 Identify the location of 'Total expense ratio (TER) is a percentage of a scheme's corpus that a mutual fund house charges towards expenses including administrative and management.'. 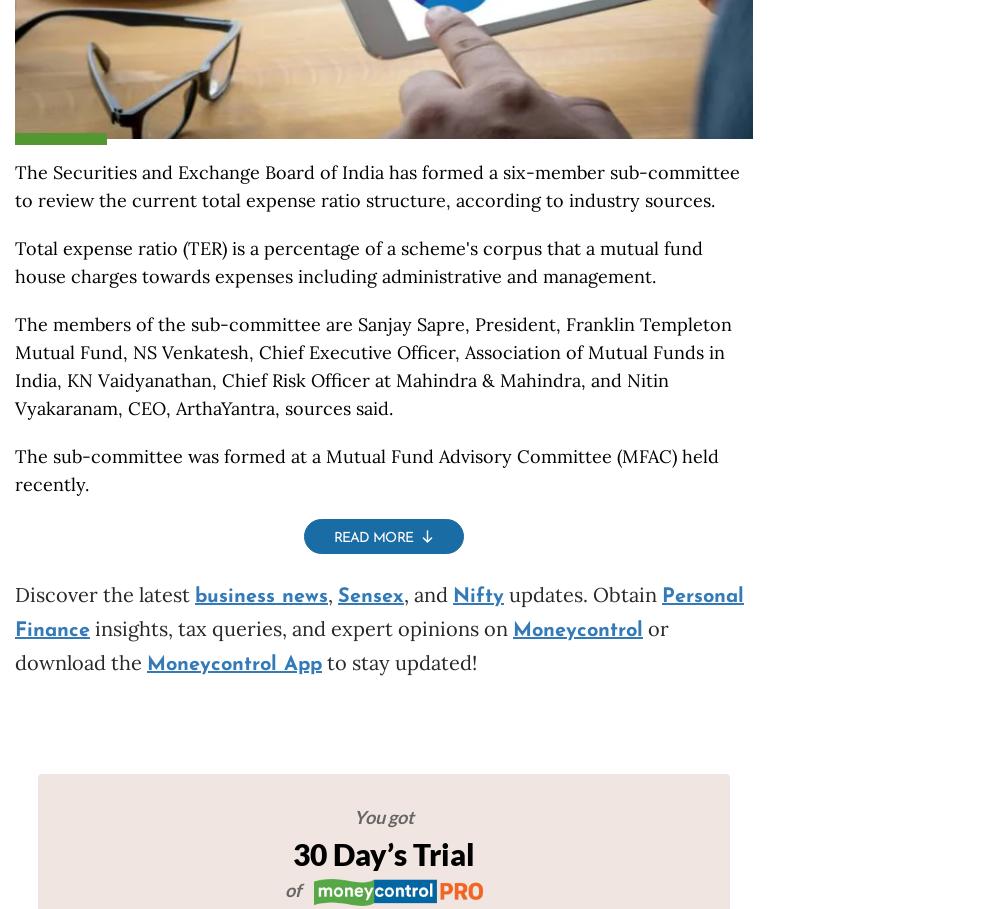
(14, 262).